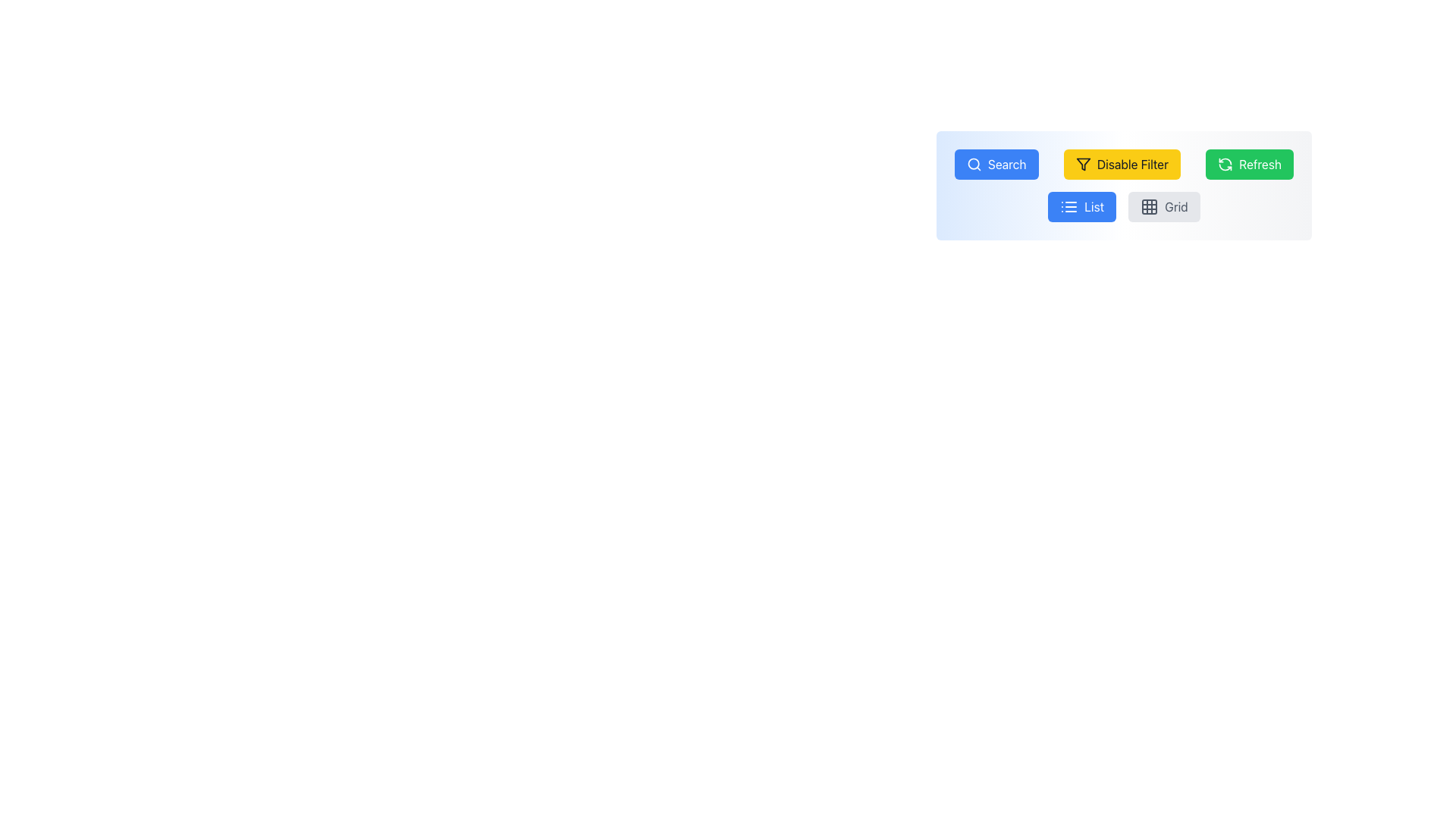 Image resolution: width=1456 pixels, height=819 pixels. Describe the element at coordinates (1124, 207) in the screenshot. I see `the 'Grid' toggle button, which is part of a group of toggle buttons labeled 'List' and 'Grid'` at that location.